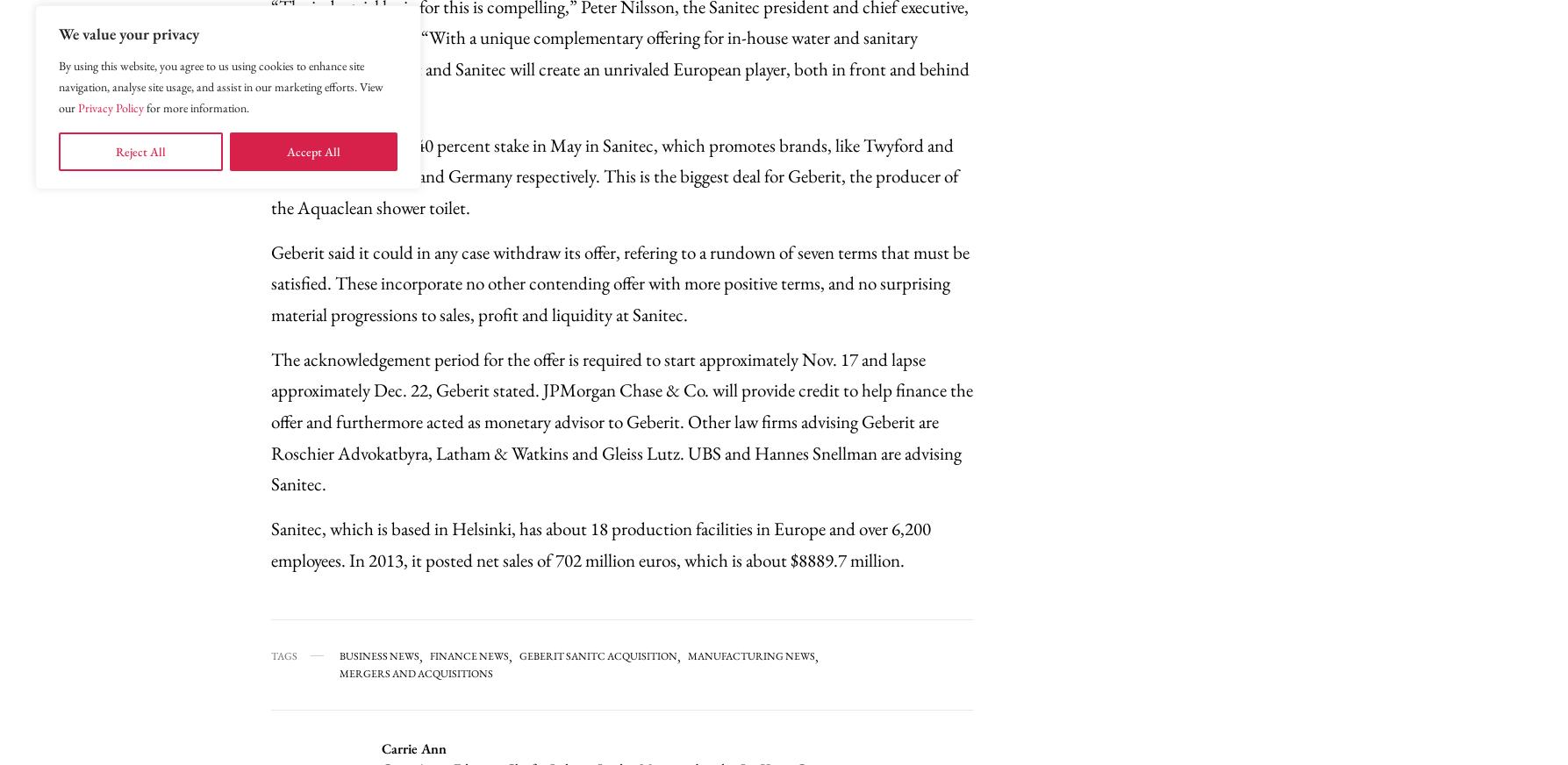 The image size is (1568, 765). I want to click on 'Accept All', so click(312, 152).